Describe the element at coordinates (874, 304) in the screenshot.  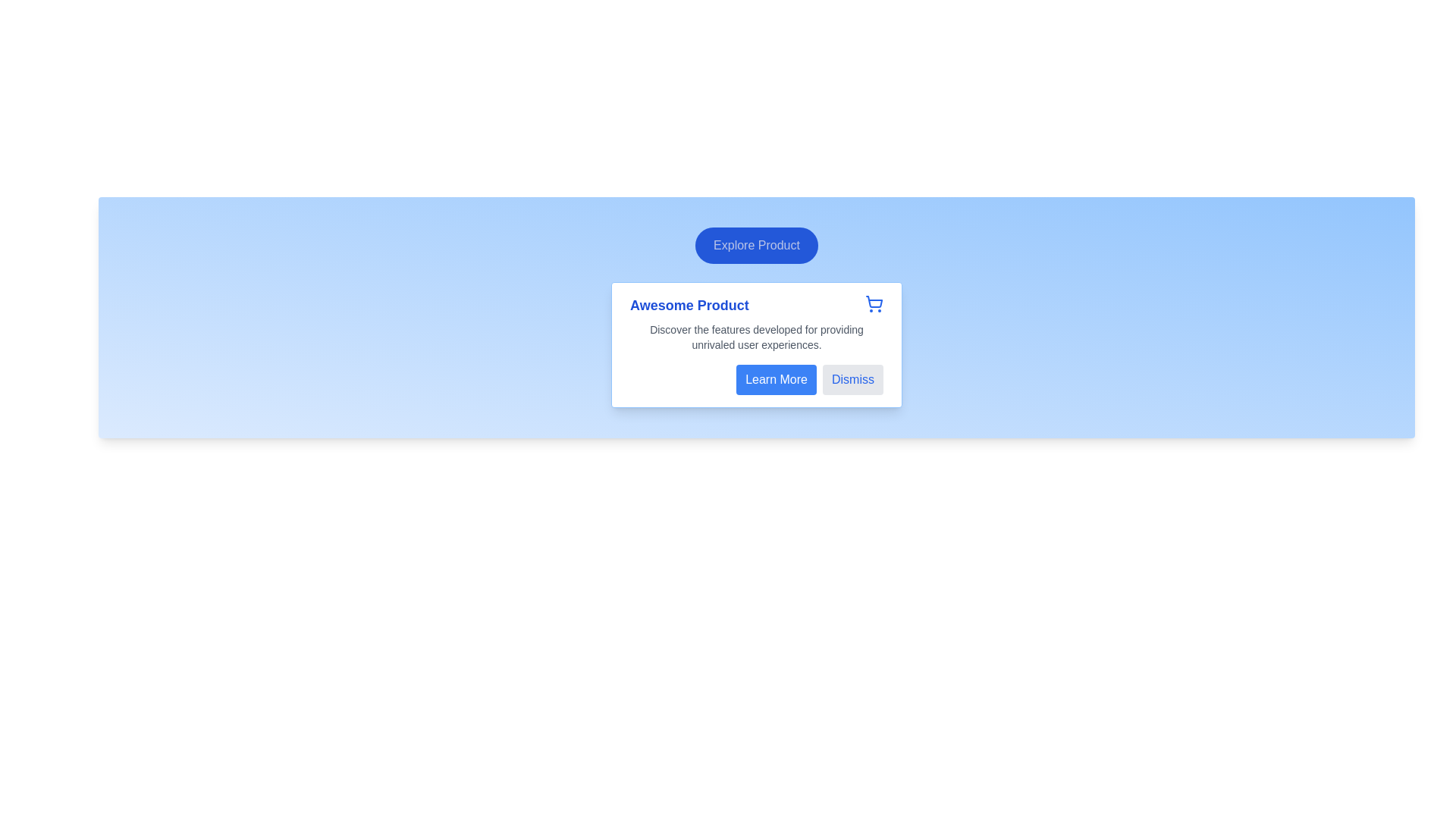
I see `the blue shopping cart icon located in the top-right corner of the product details card for additional options` at that location.